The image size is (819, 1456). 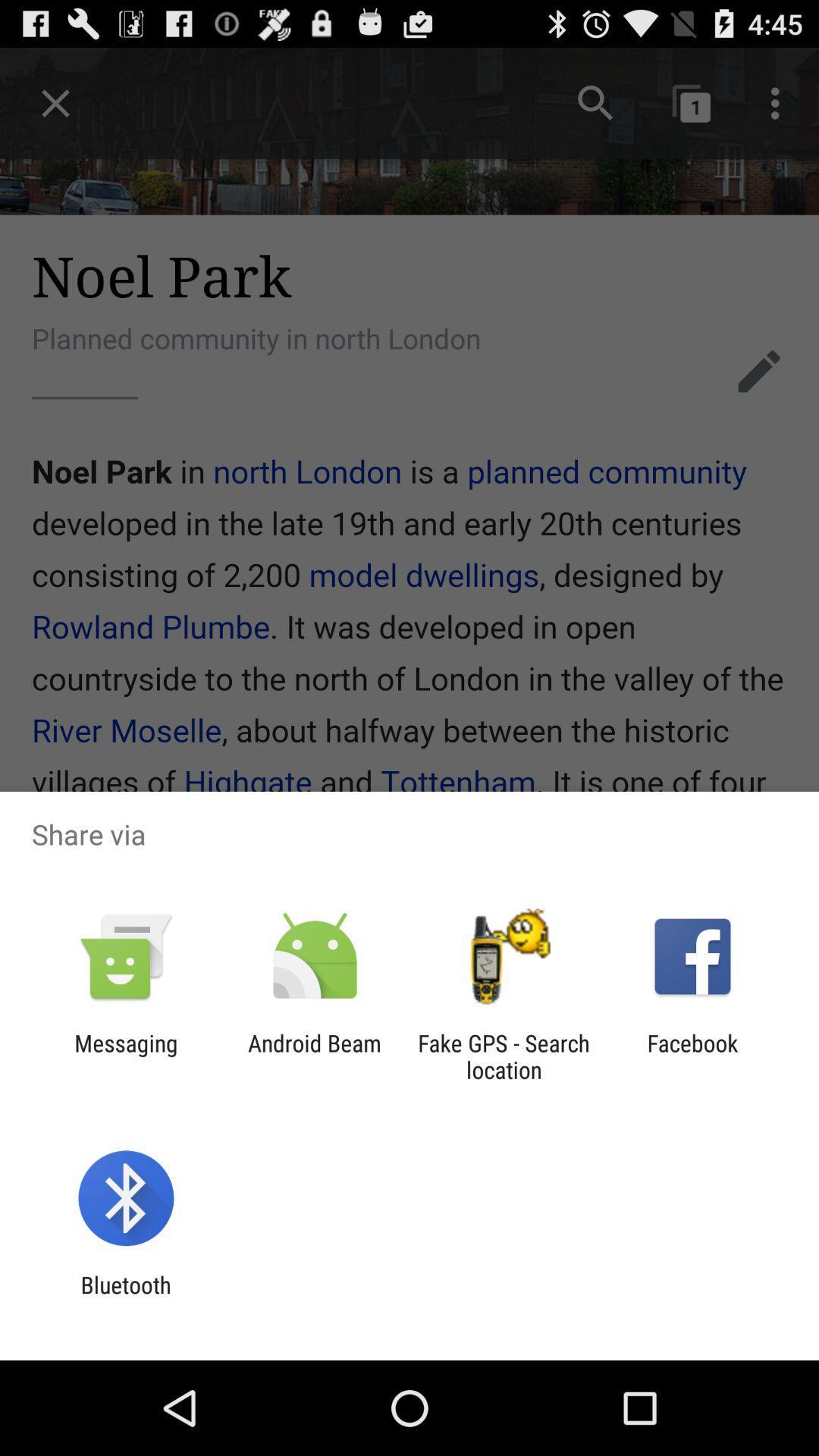 I want to click on messaging icon, so click(x=125, y=1056).